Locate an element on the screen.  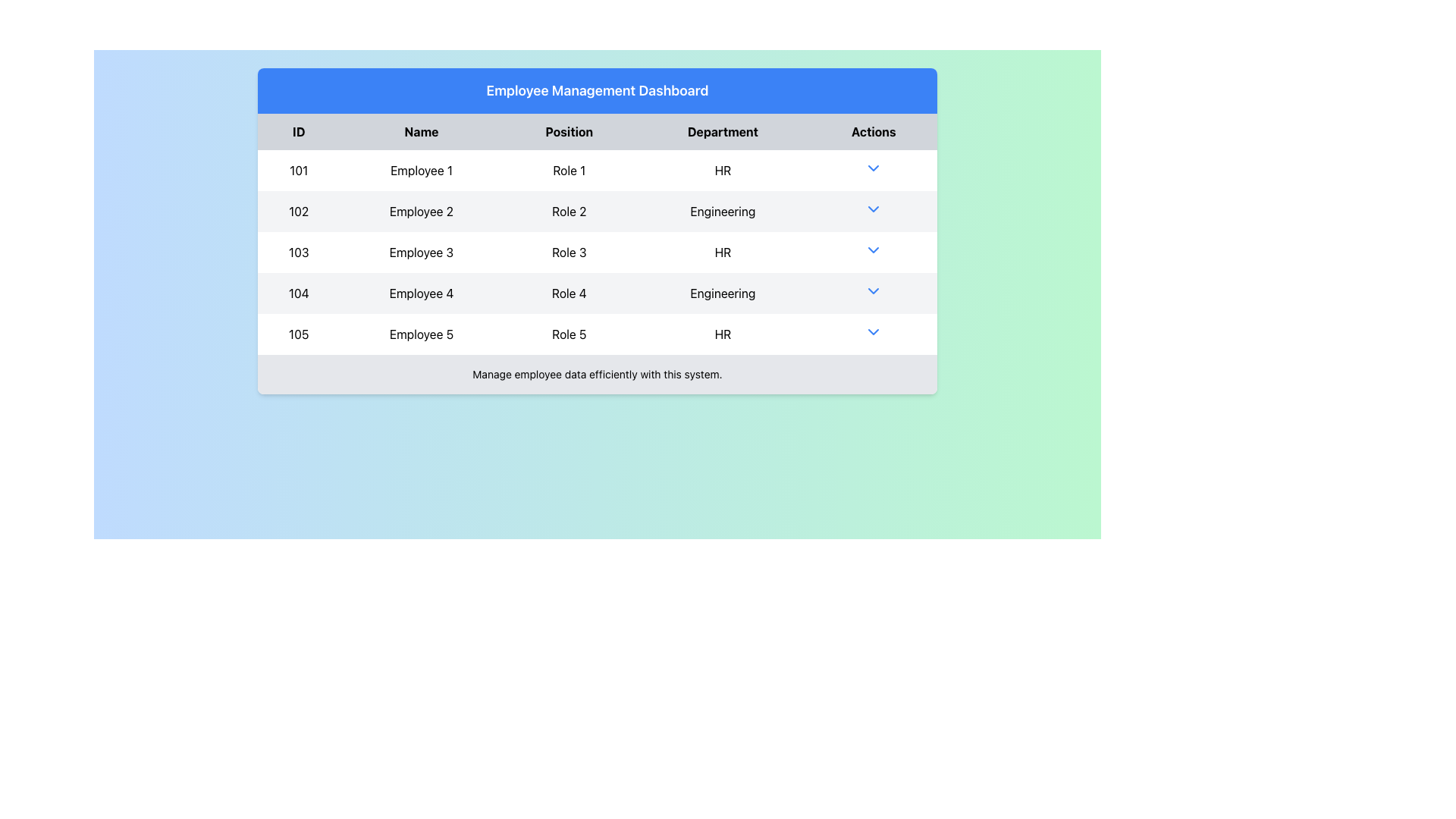
the text-based display element in the third column titled 'Position' of the fifth row in the 'Employee Management Dashboard' table, which represents the position of an employee is located at coordinates (568, 333).